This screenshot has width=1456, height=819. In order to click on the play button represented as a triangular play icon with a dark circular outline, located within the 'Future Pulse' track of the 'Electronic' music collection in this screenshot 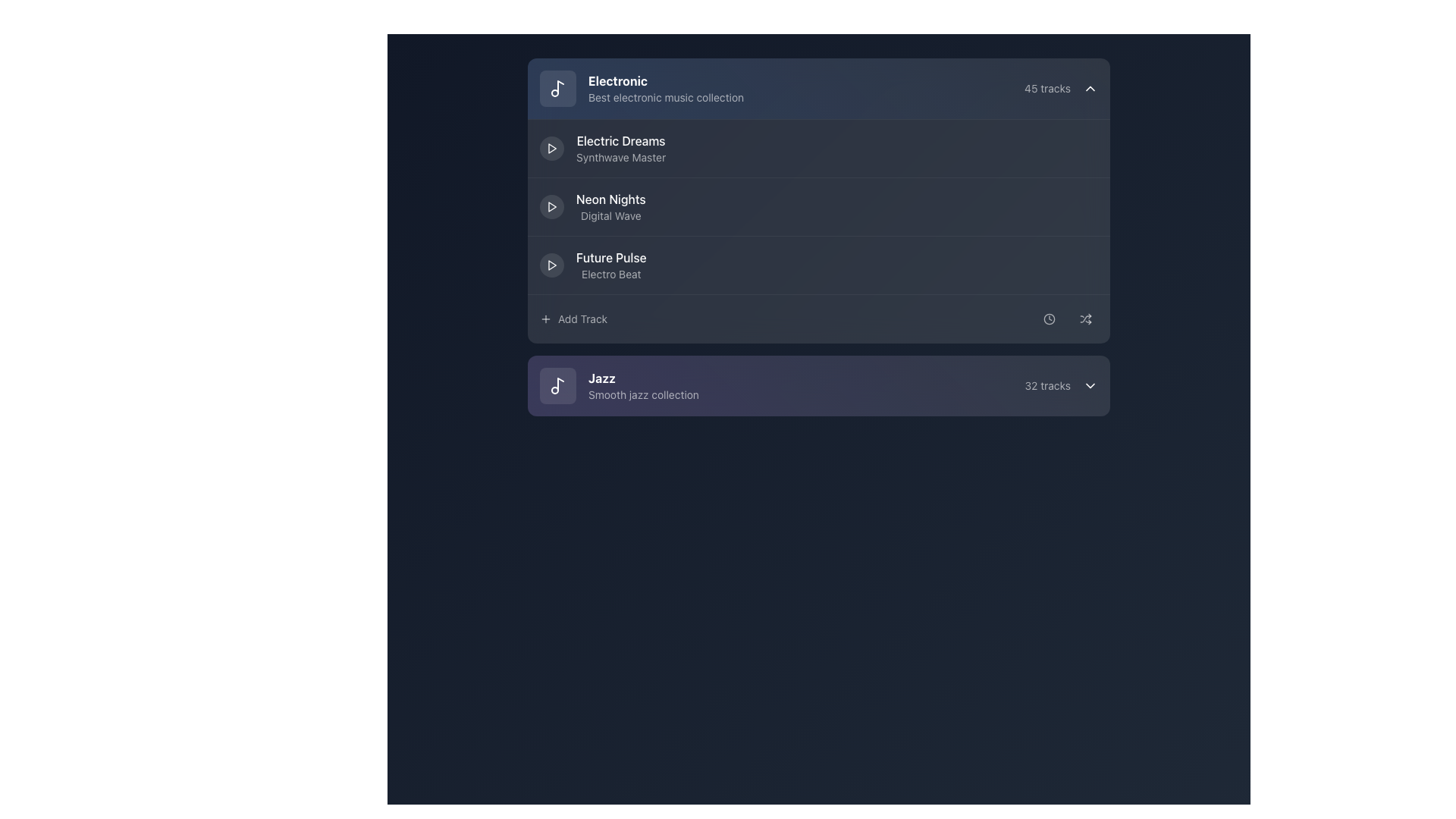, I will do `click(551, 265)`.